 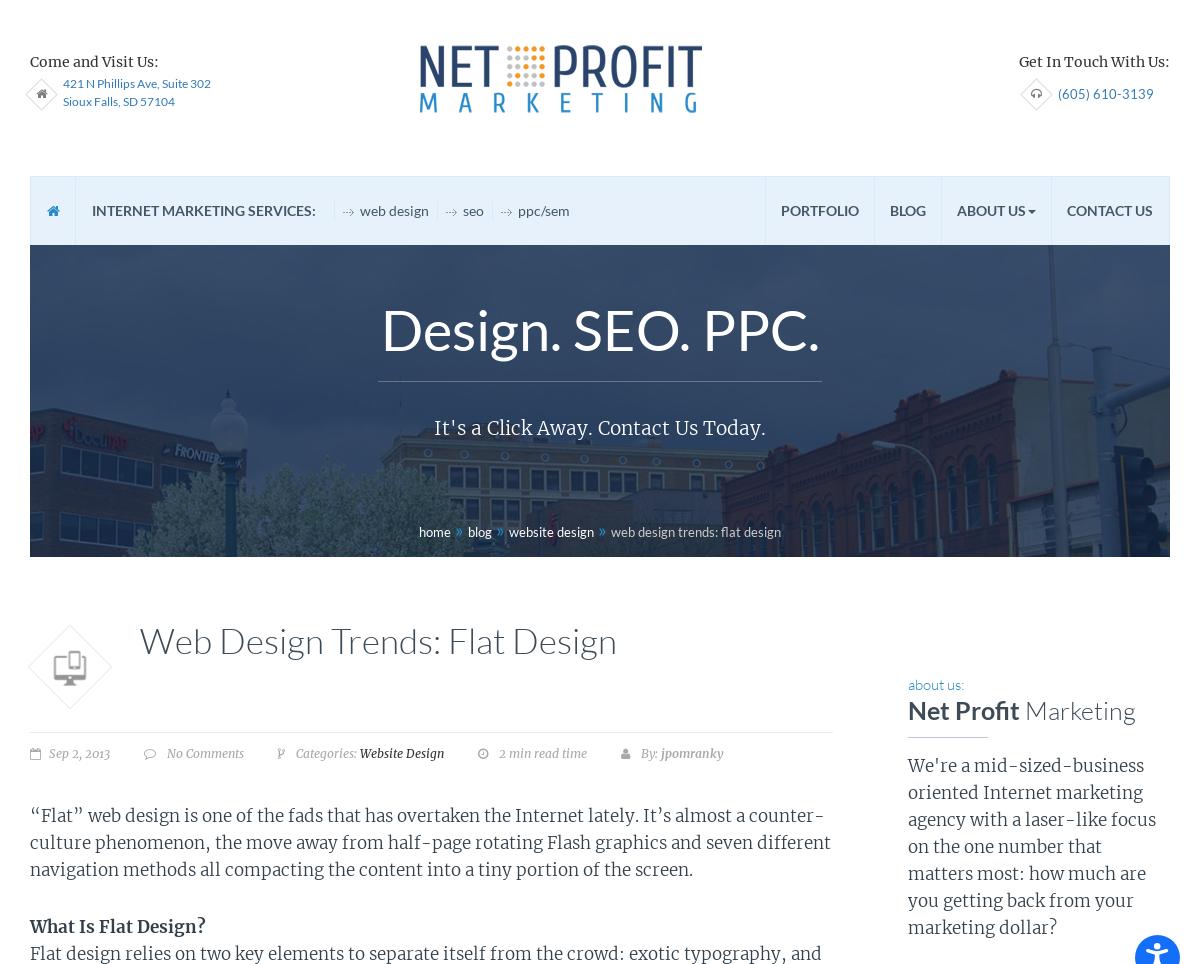 What do you see at coordinates (935, 682) in the screenshot?
I see `'about us:'` at bounding box center [935, 682].